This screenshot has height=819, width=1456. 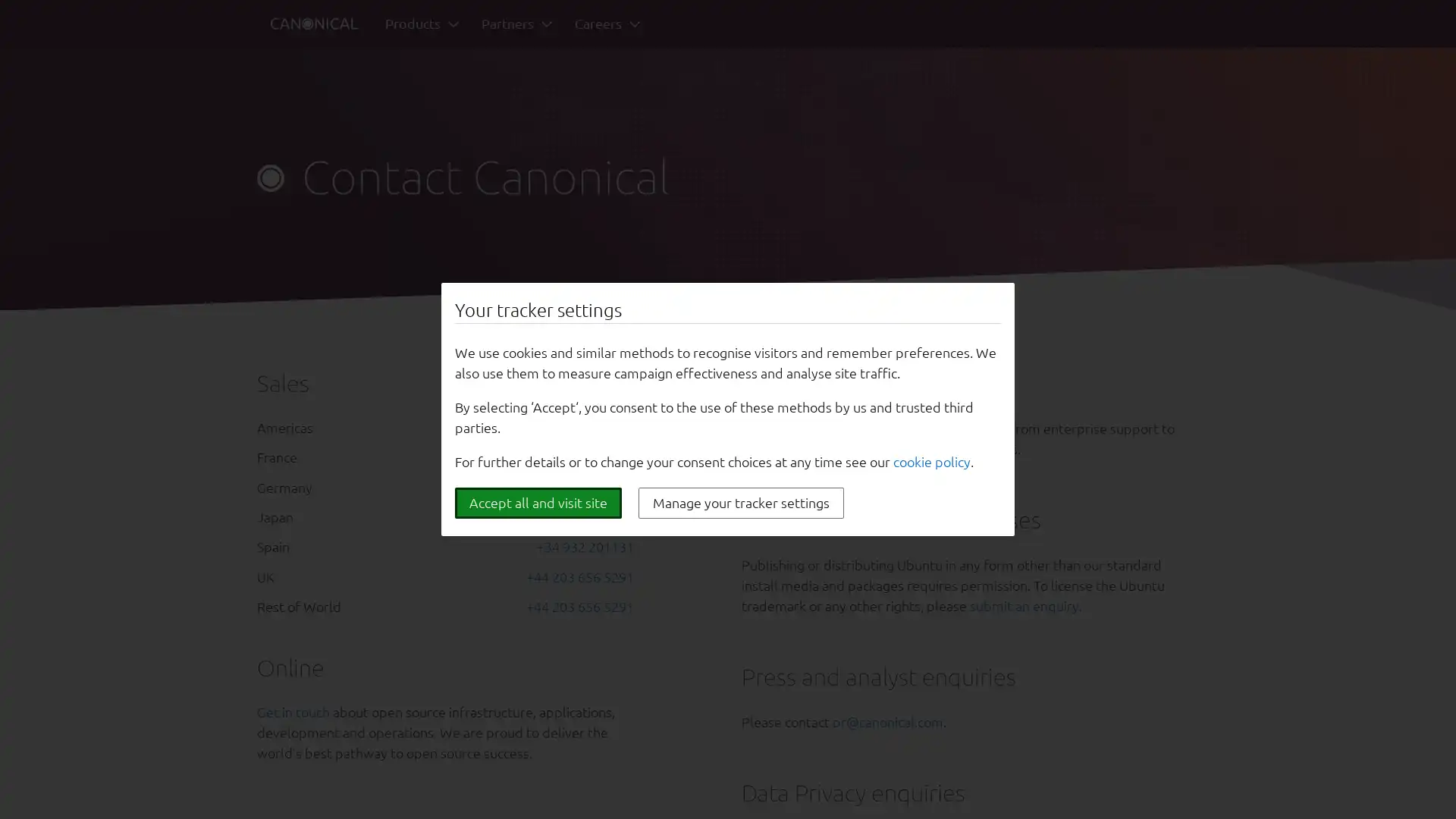 What do you see at coordinates (538, 503) in the screenshot?
I see `Accept all and visit site` at bounding box center [538, 503].